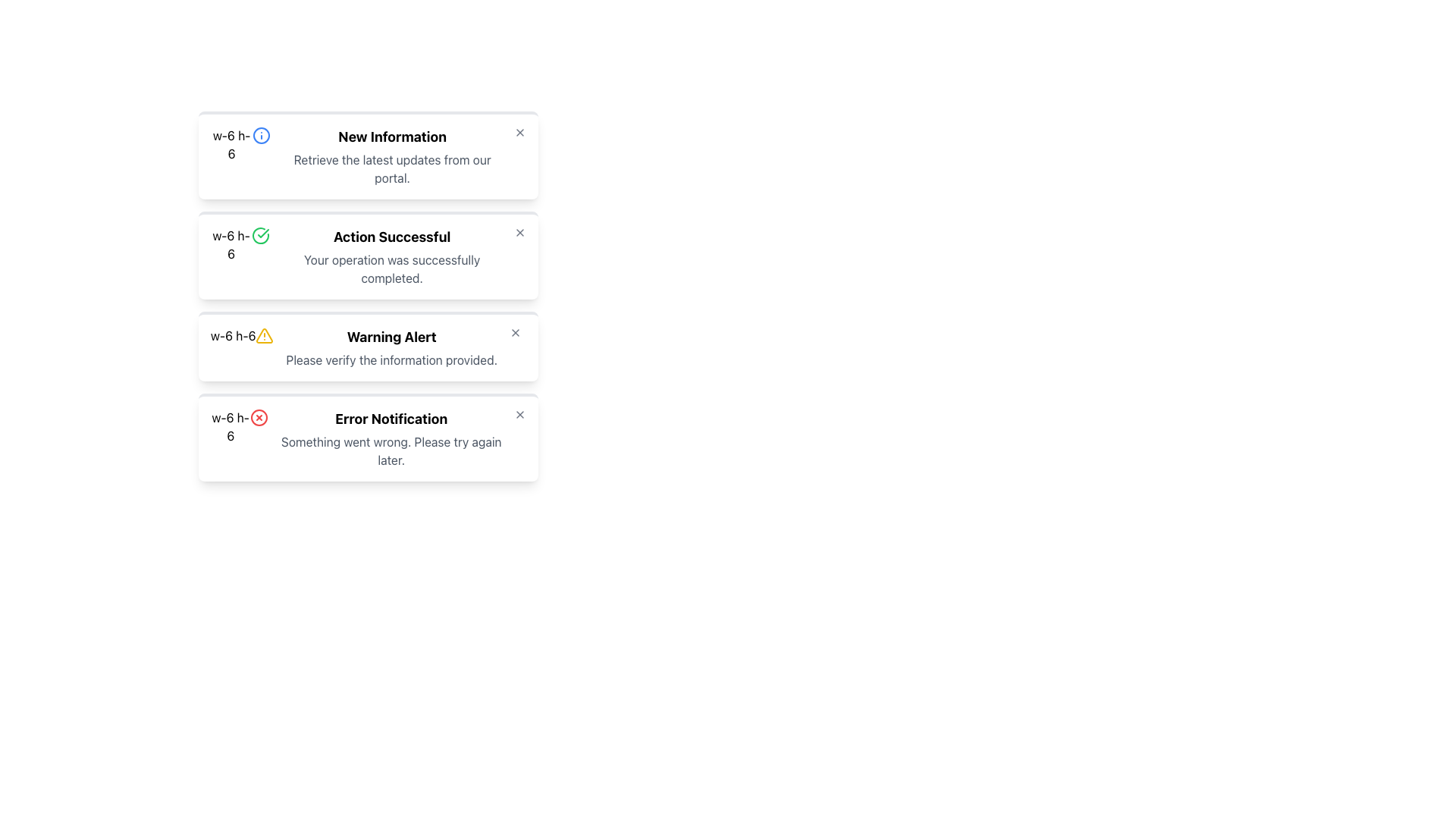  What do you see at coordinates (392, 169) in the screenshot?
I see `the text snippet that reads 'Retrieve the latest updates from our portal.', which is styled in gray font and positioned below the 'New Information' title` at bounding box center [392, 169].